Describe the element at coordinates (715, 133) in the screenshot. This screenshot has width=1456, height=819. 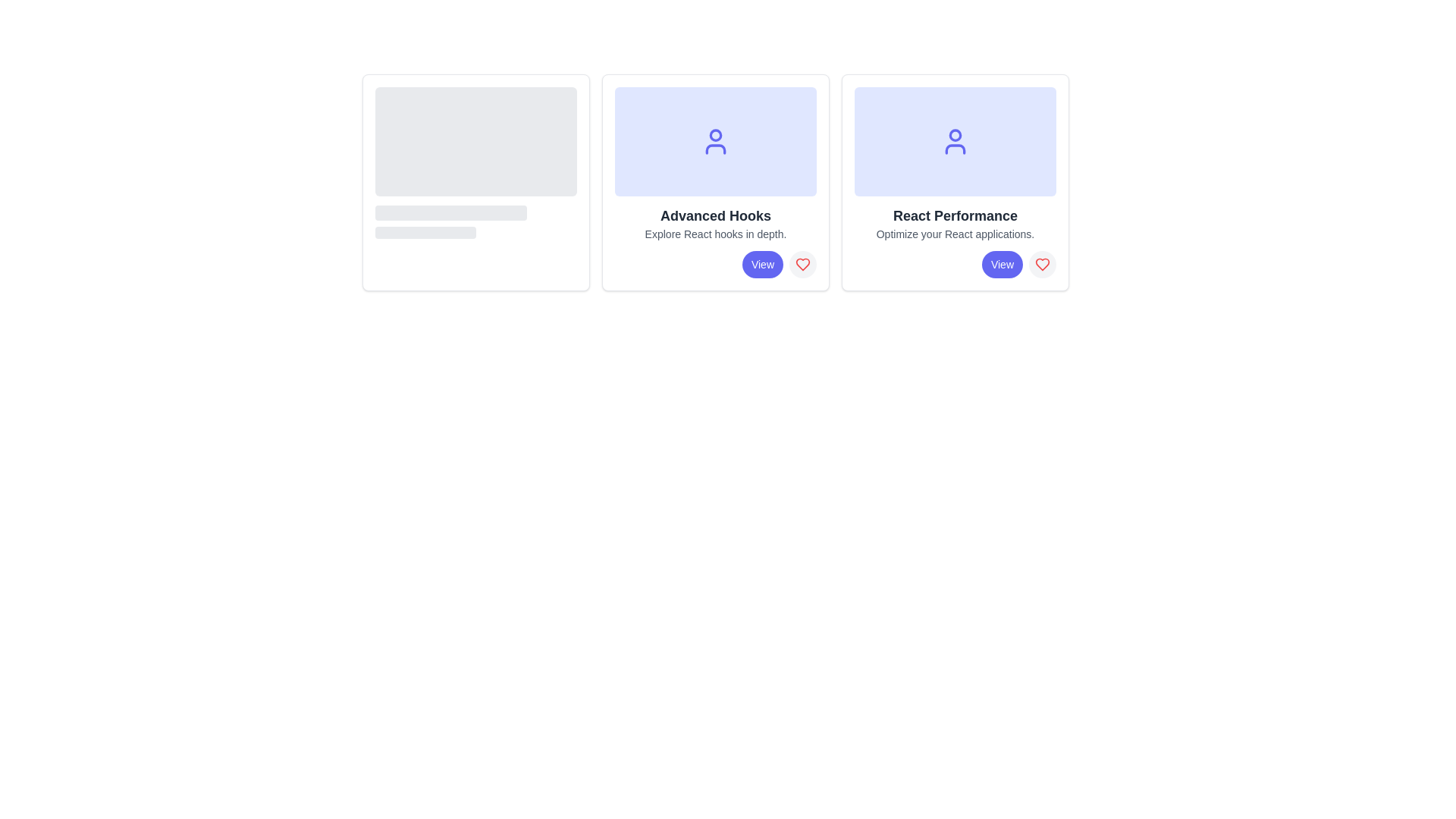
I see `the appearance of the blue circular graphic located at the center of the user profile icon within the 'Advanced Hooks' card` at that location.